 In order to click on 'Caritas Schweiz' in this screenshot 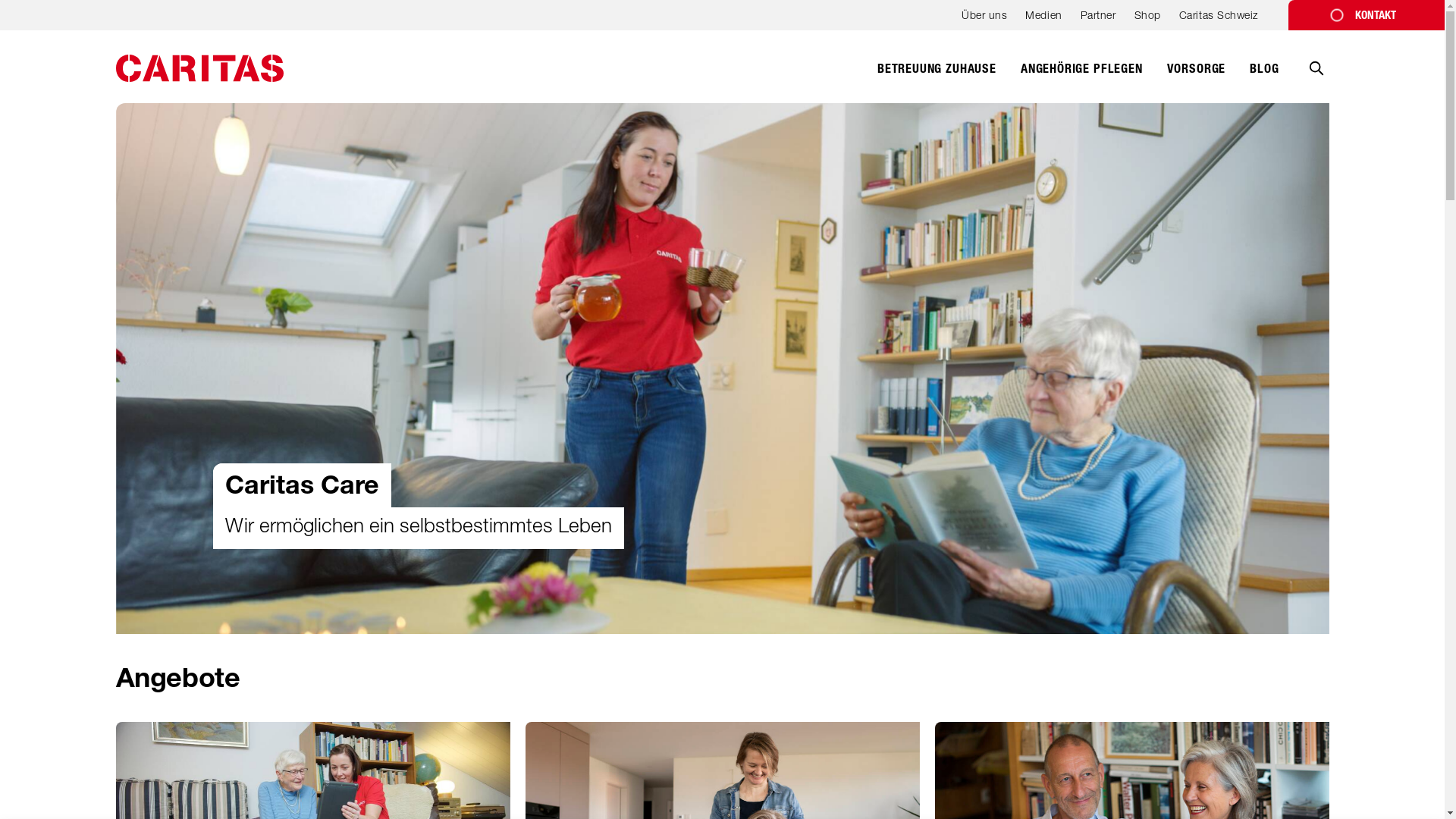, I will do `click(1178, 20)`.